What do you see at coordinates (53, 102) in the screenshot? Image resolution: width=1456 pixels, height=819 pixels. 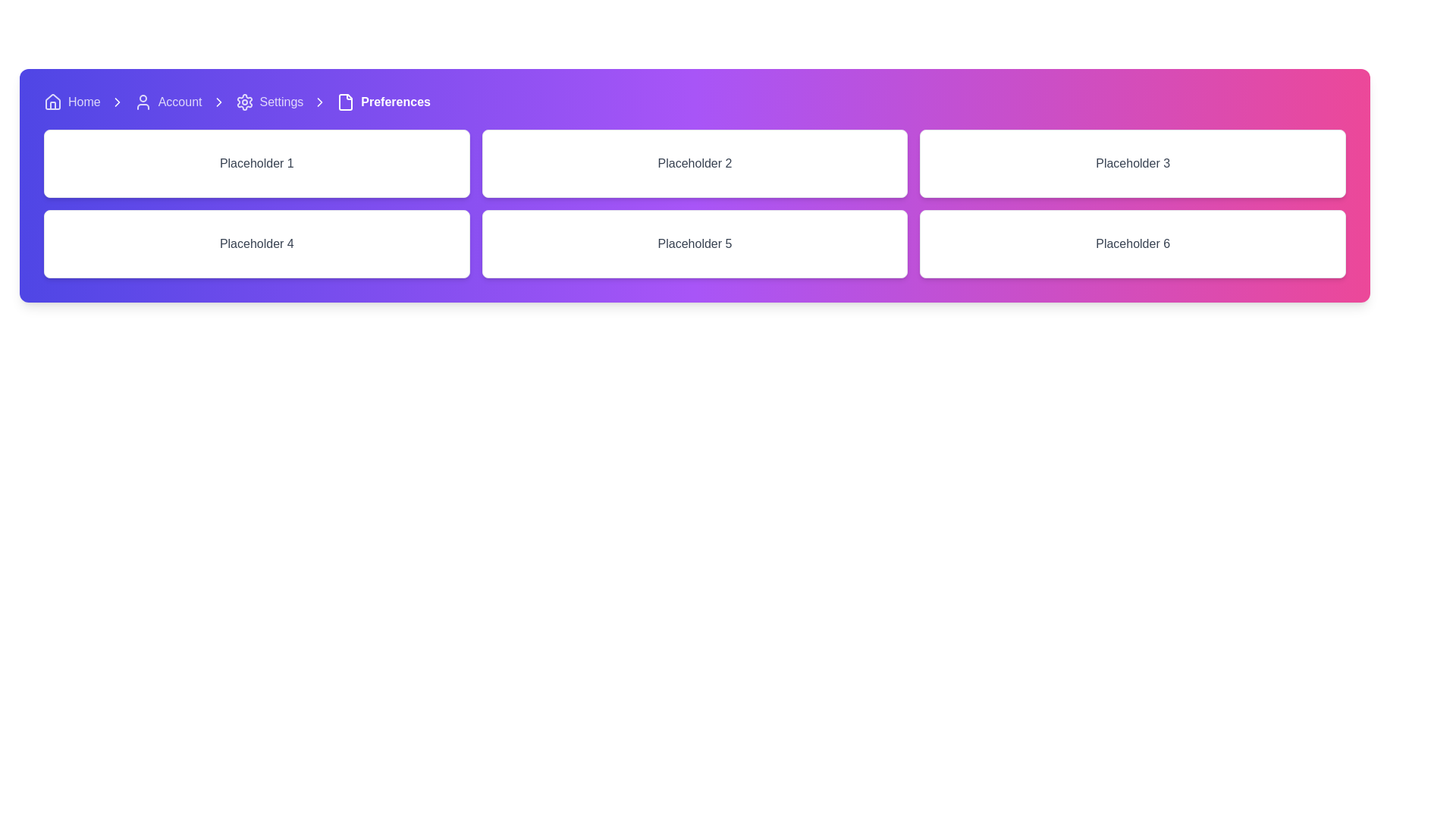 I see `the home icon located at the leftmost side of the navigation bar` at bounding box center [53, 102].